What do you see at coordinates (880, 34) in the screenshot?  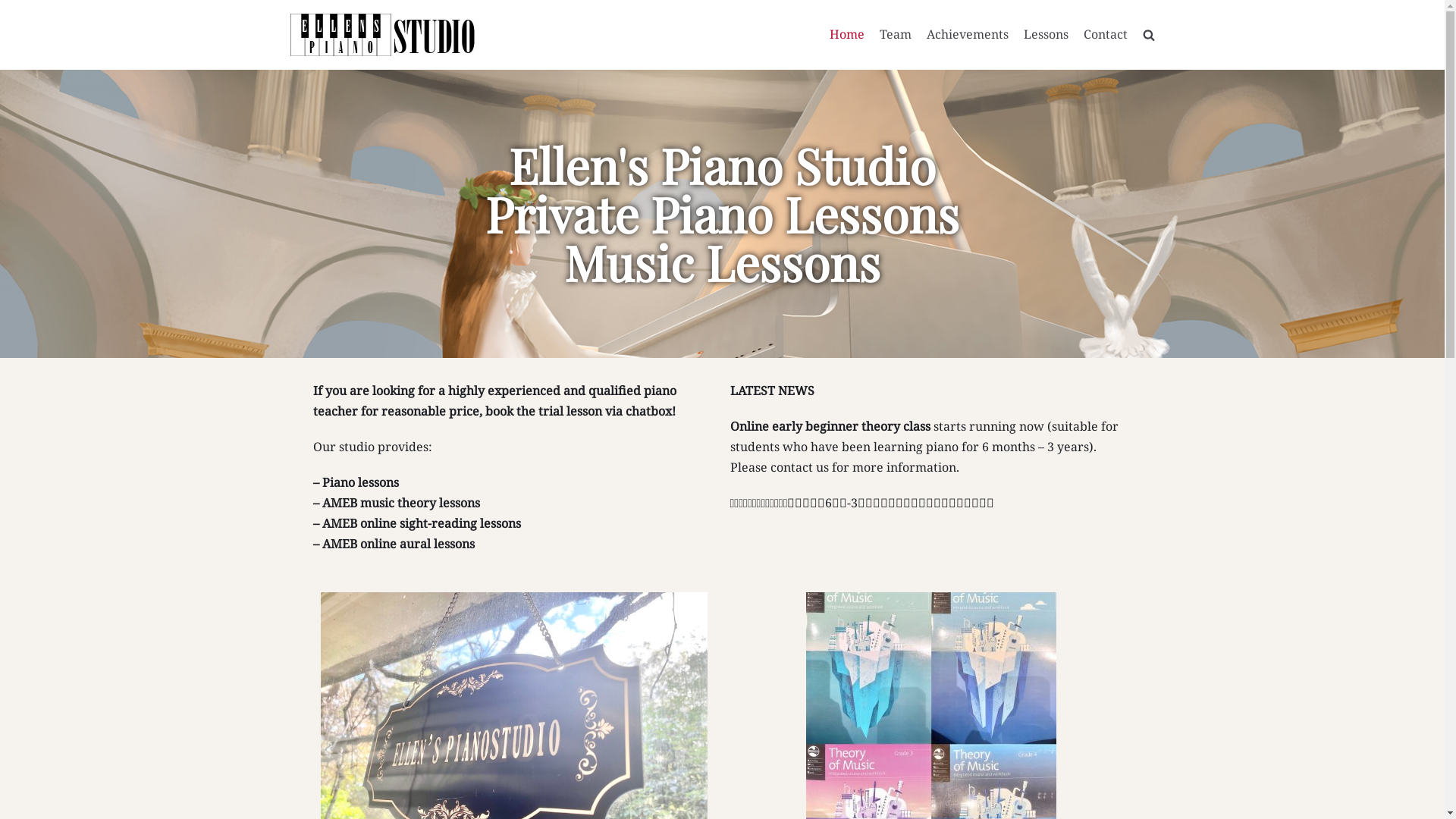 I see `'Team'` at bounding box center [880, 34].